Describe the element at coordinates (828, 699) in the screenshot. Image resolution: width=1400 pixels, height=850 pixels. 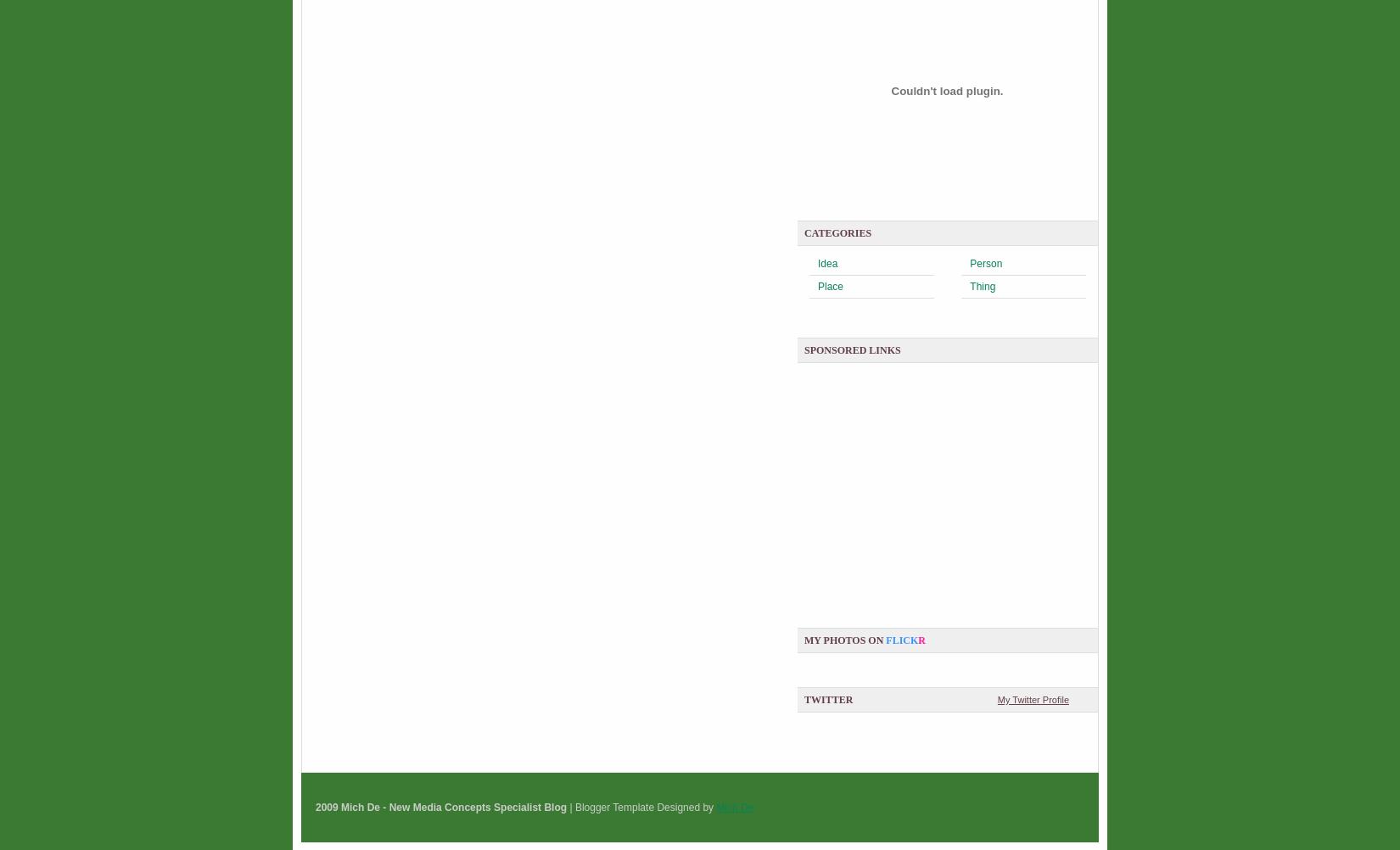
I see `'Twitter'` at that location.